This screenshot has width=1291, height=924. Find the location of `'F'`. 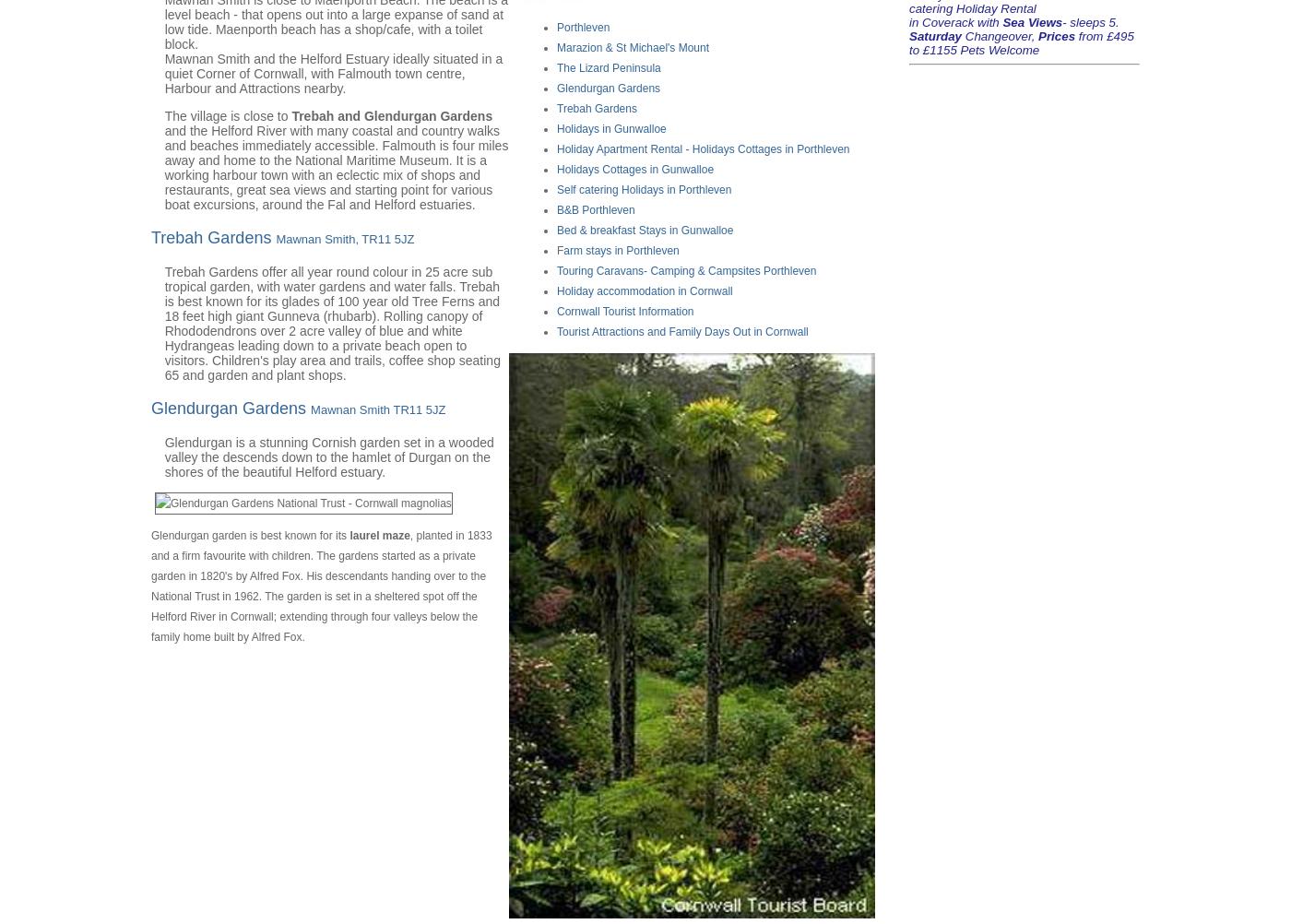

'F' is located at coordinates (560, 249).